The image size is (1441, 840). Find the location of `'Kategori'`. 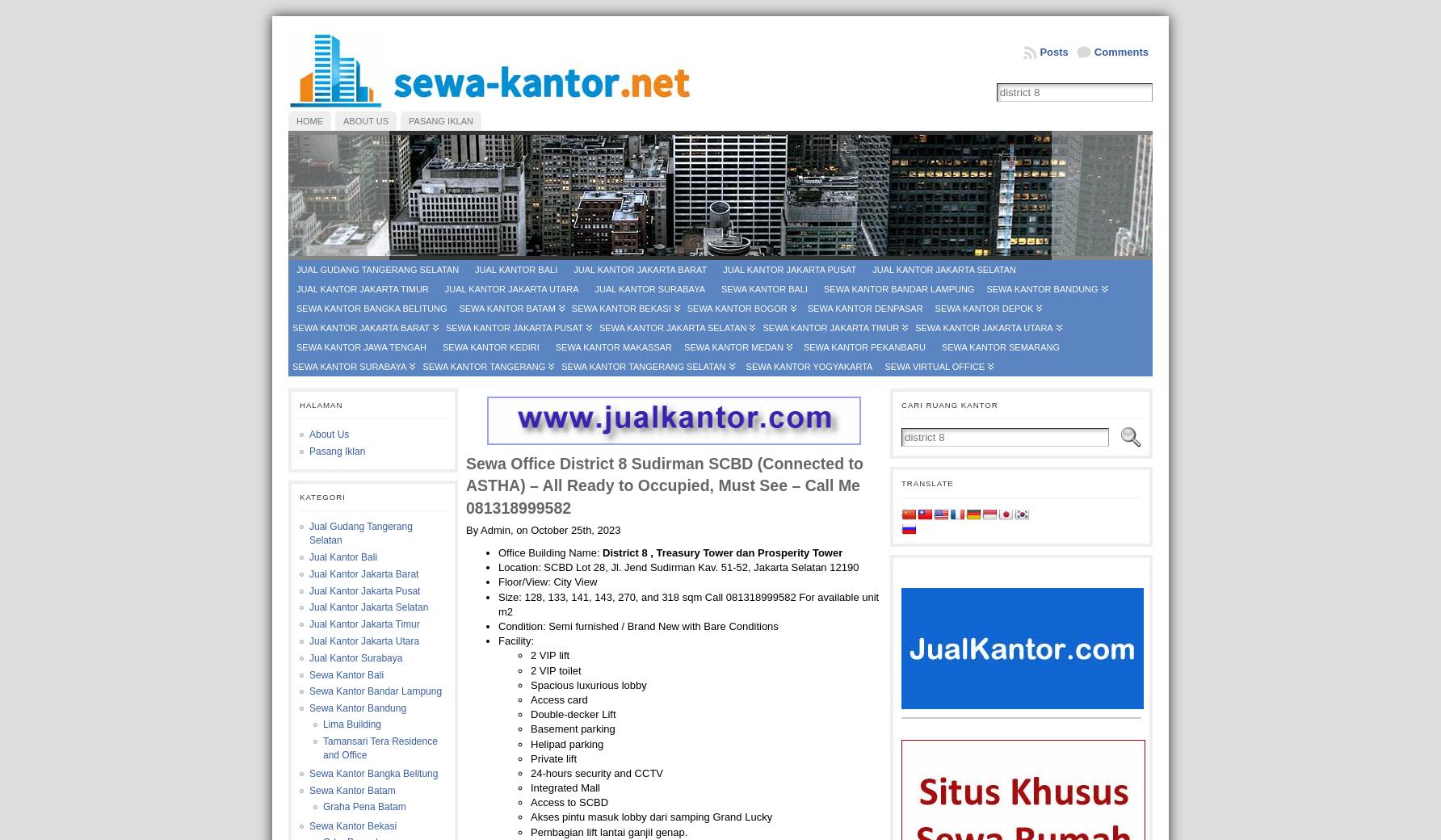

'Kategori' is located at coordinates (321, 496).